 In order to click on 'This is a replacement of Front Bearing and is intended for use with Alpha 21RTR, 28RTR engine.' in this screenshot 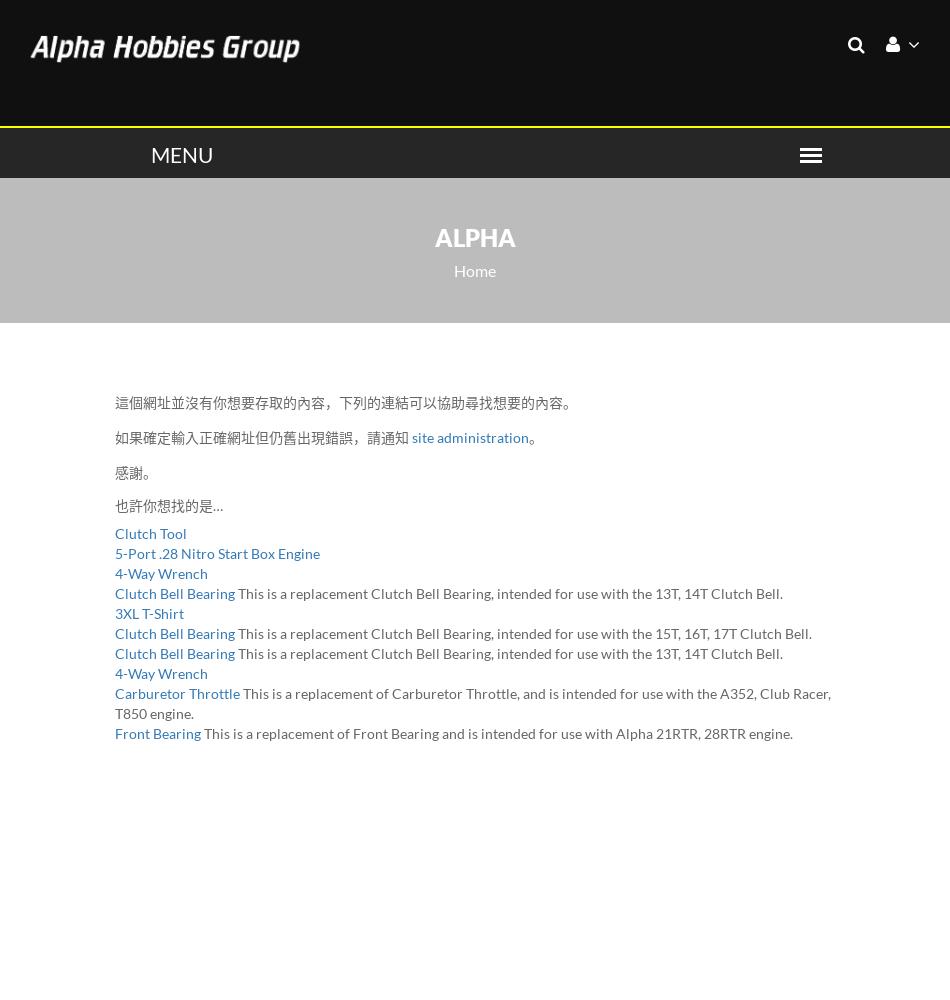, I will do `click(498, 731)`.